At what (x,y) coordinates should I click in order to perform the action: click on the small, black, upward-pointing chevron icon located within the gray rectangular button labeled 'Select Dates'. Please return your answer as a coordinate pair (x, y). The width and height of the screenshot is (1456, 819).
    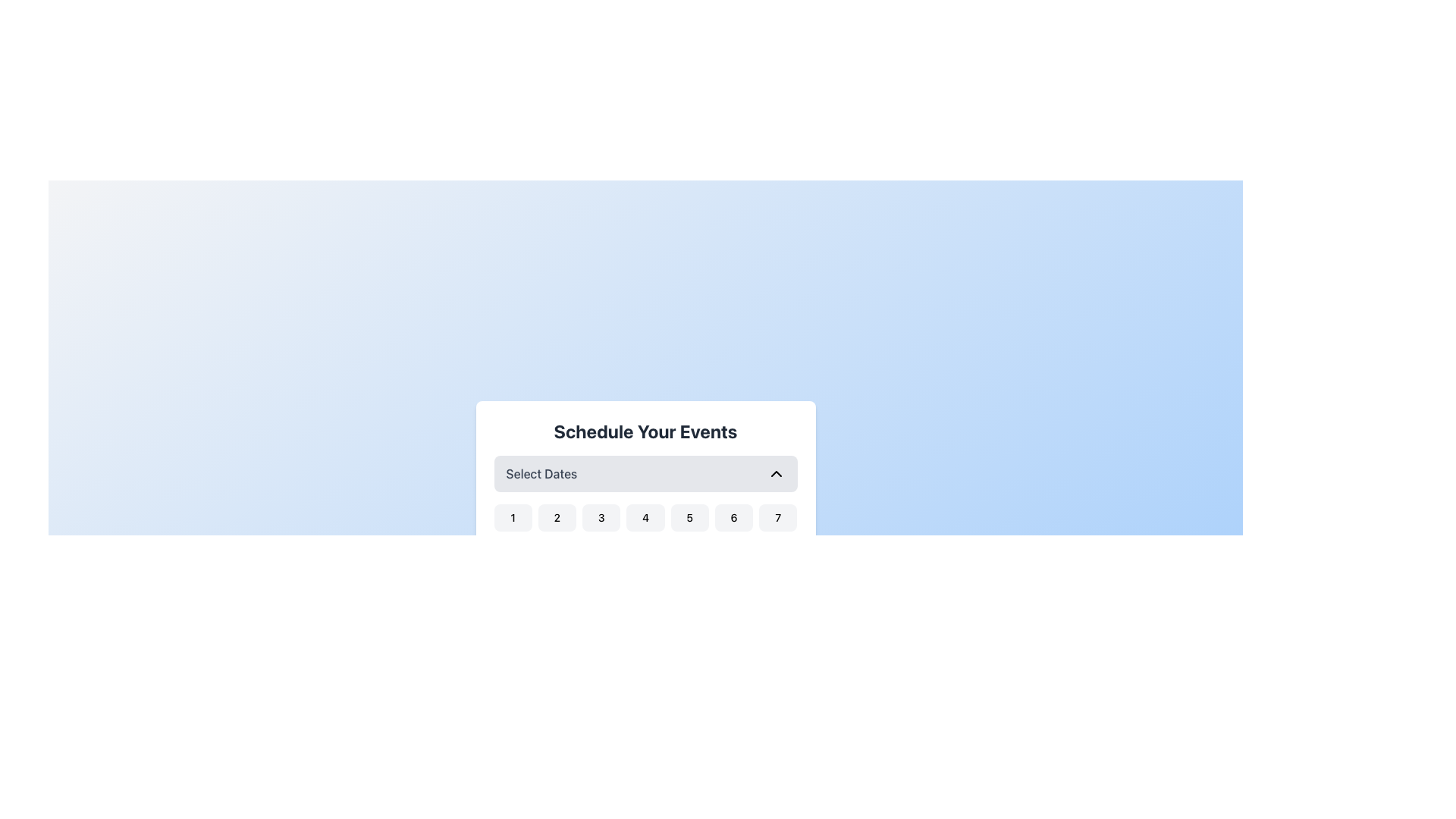
    Looking at the image, I should click on (776, 473).